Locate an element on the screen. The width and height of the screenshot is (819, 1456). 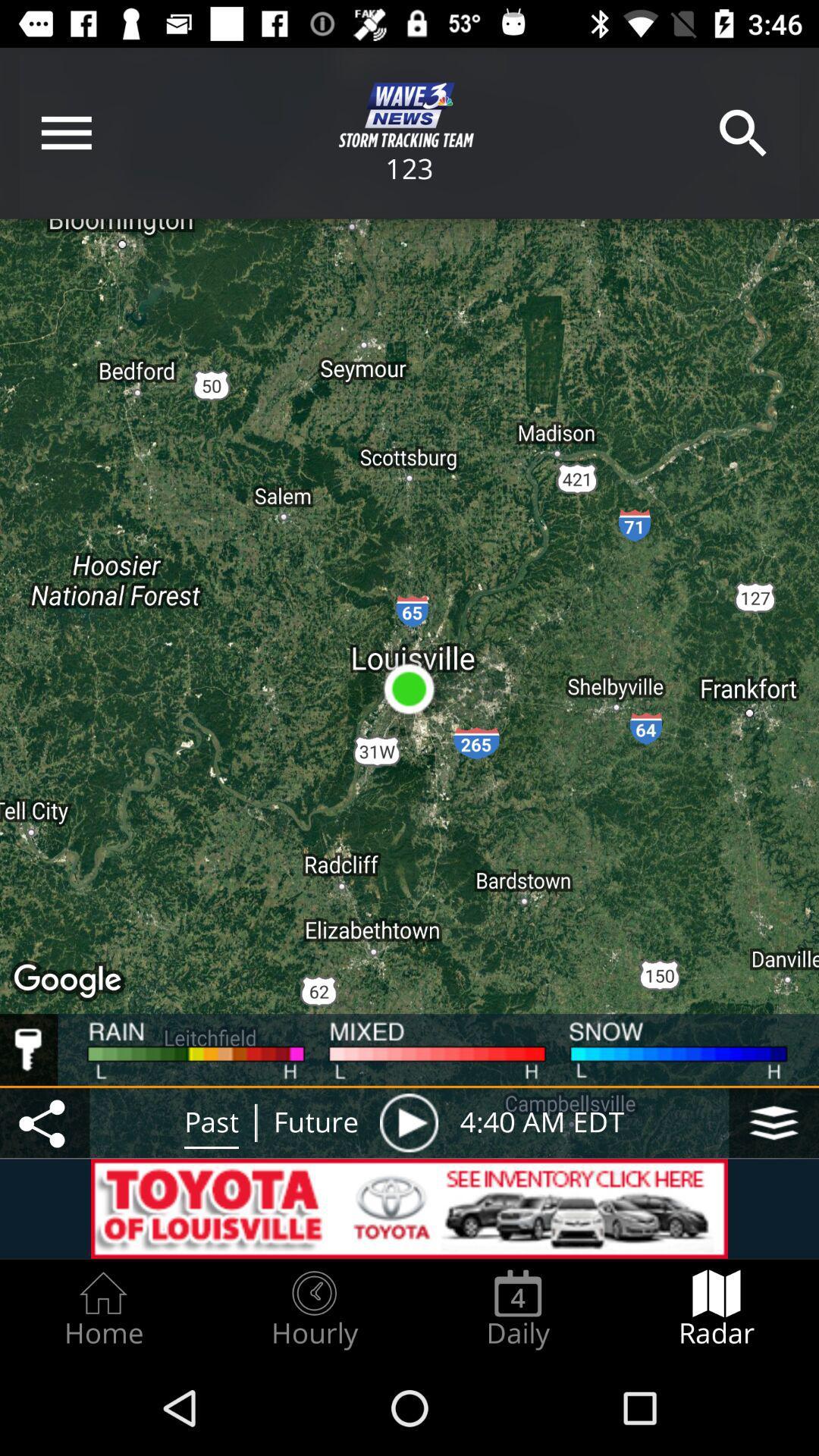
radio button next to hourly radio button is located at coordinates (102, 1309).